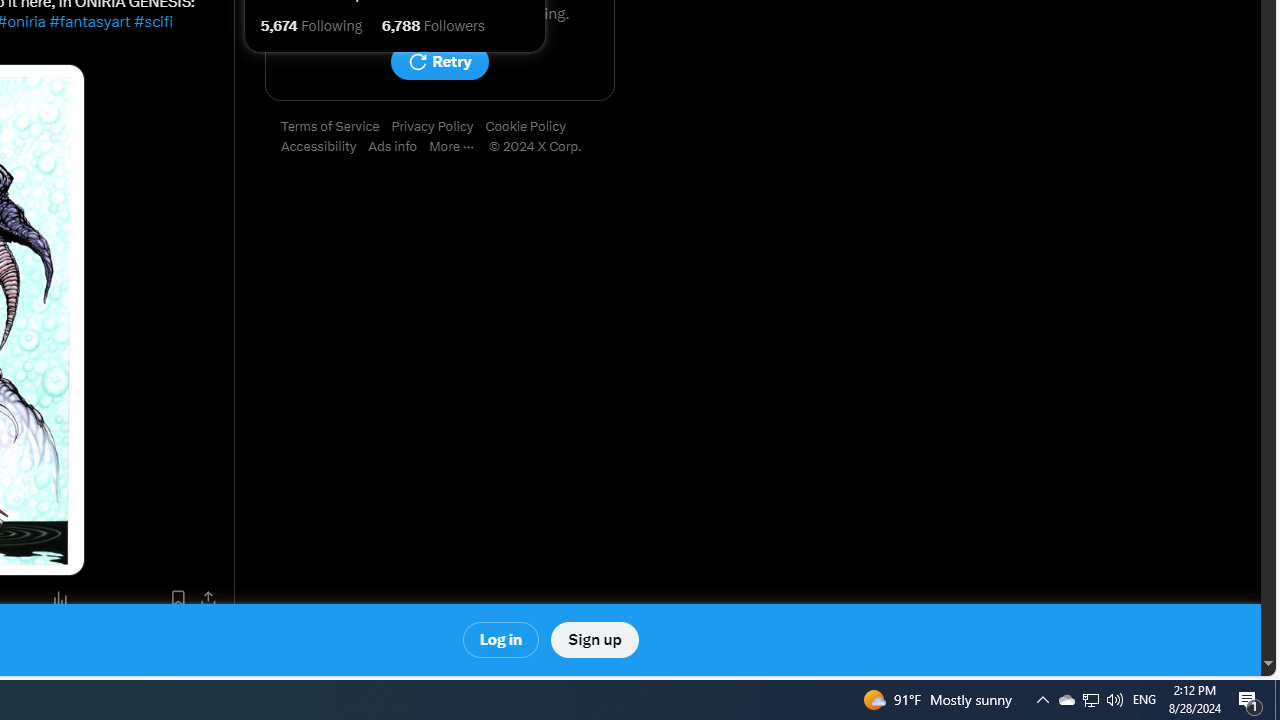  Describe the element at coordinates (88, 22) in the screenshot. I see `'#fantasyart'` at that location.